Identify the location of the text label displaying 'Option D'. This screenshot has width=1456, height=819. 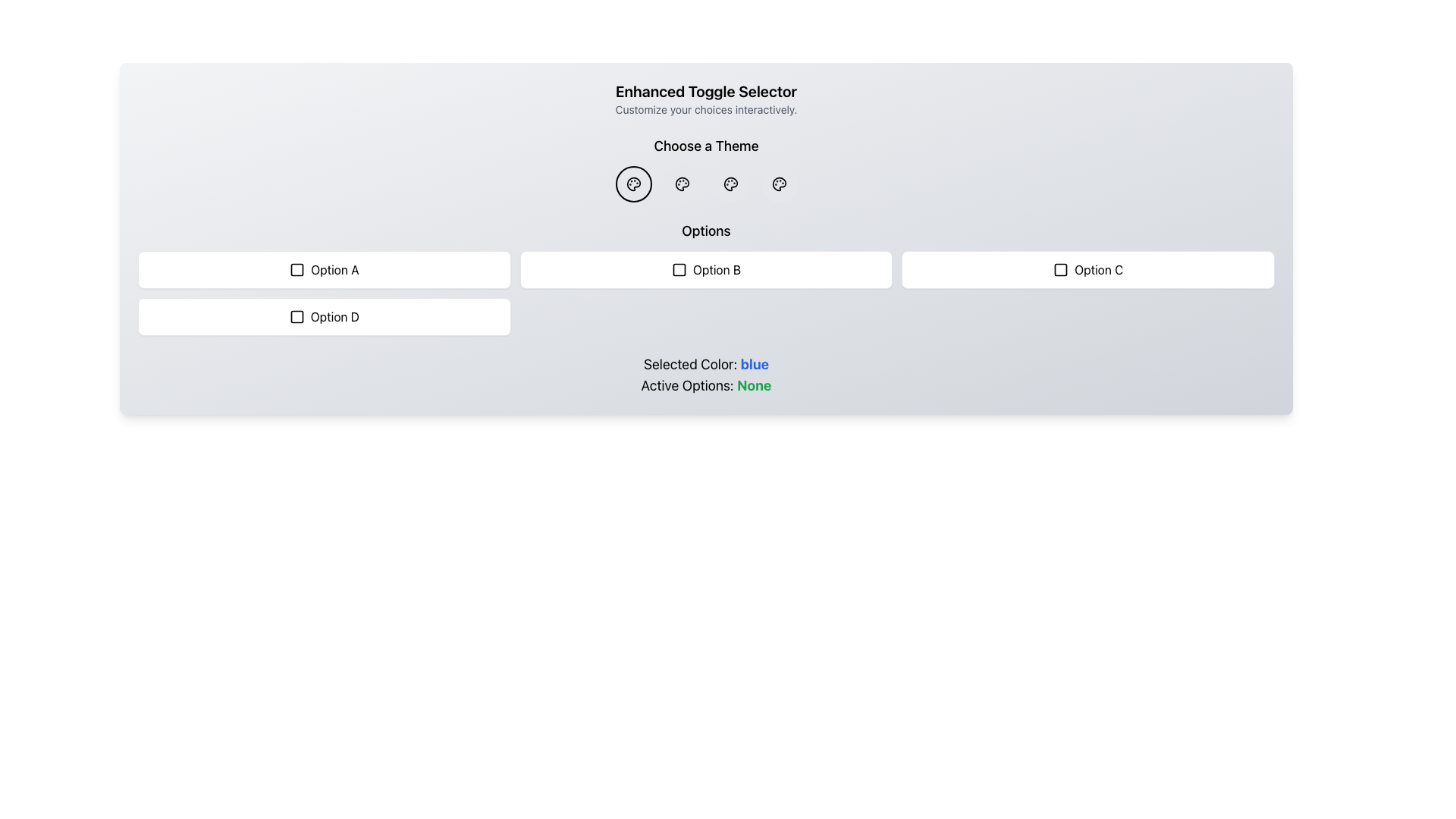
(334, 315).